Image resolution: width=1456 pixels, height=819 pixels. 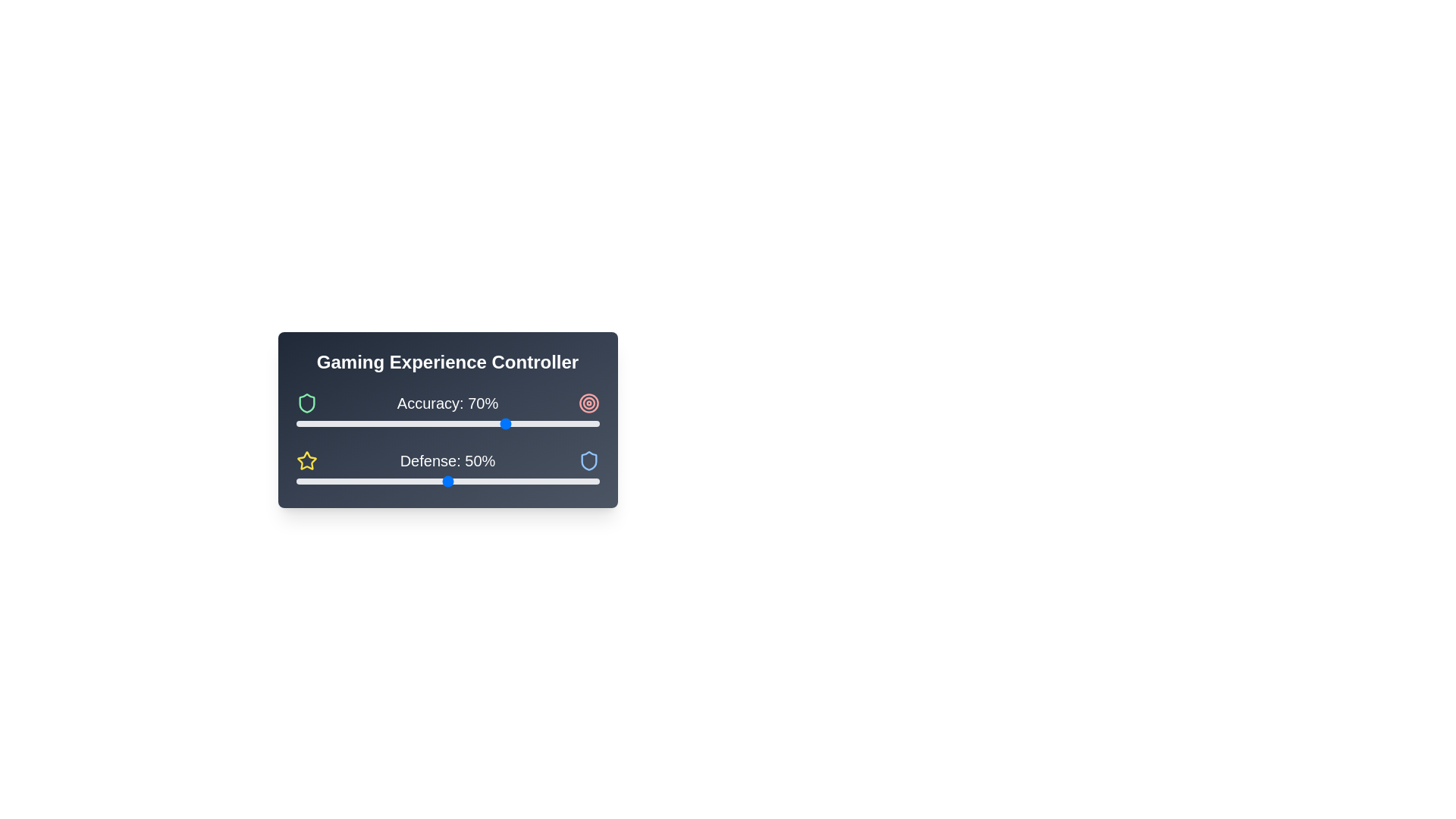 I want to click on the 'Defense' slider to set its value to 63% by dragging the slider to the corresponding position, so click(x=487, y=482).